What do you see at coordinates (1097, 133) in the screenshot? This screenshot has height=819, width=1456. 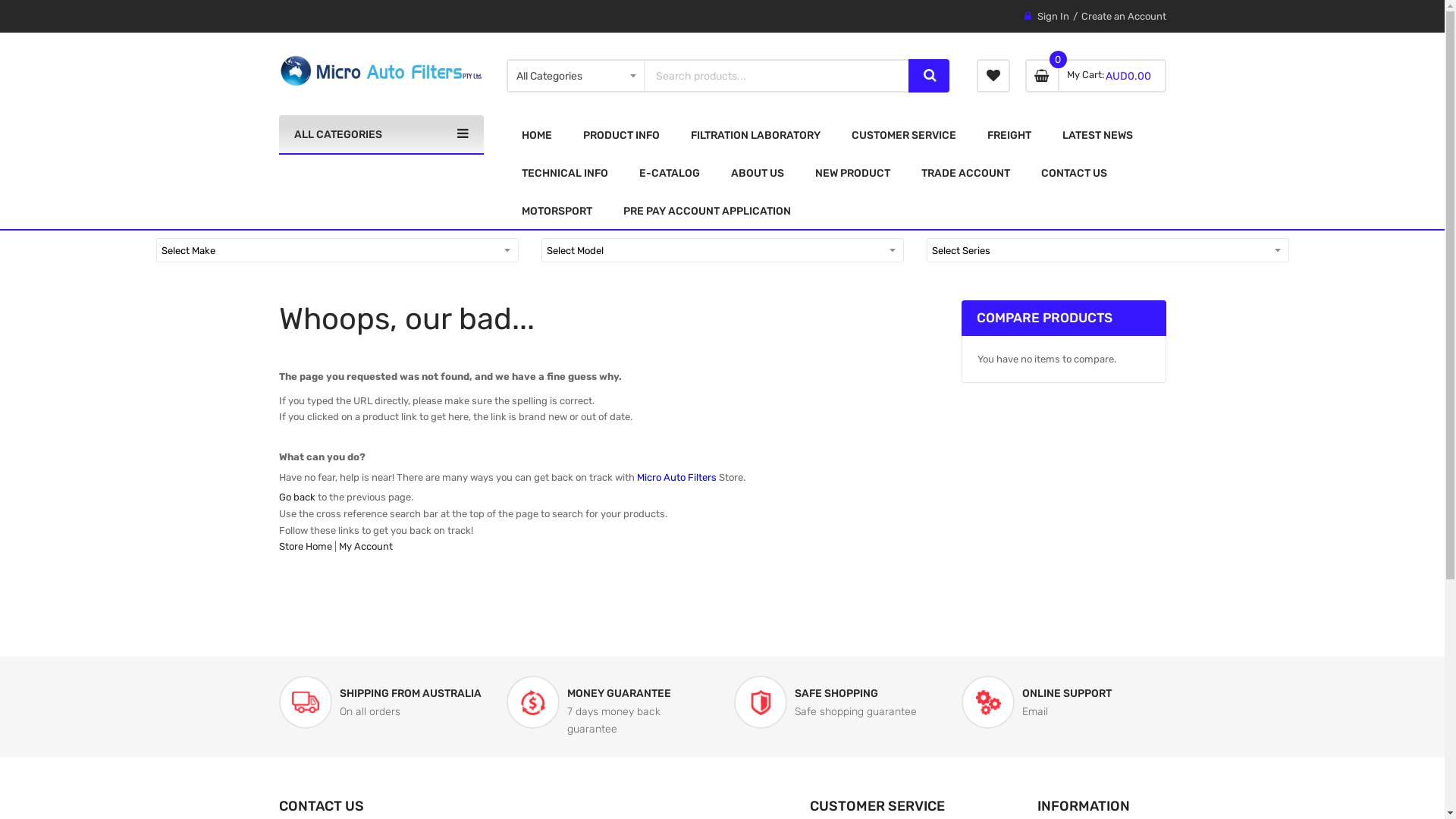 I see `'LATEST NEWS'` at bounding box center [1097, 133].